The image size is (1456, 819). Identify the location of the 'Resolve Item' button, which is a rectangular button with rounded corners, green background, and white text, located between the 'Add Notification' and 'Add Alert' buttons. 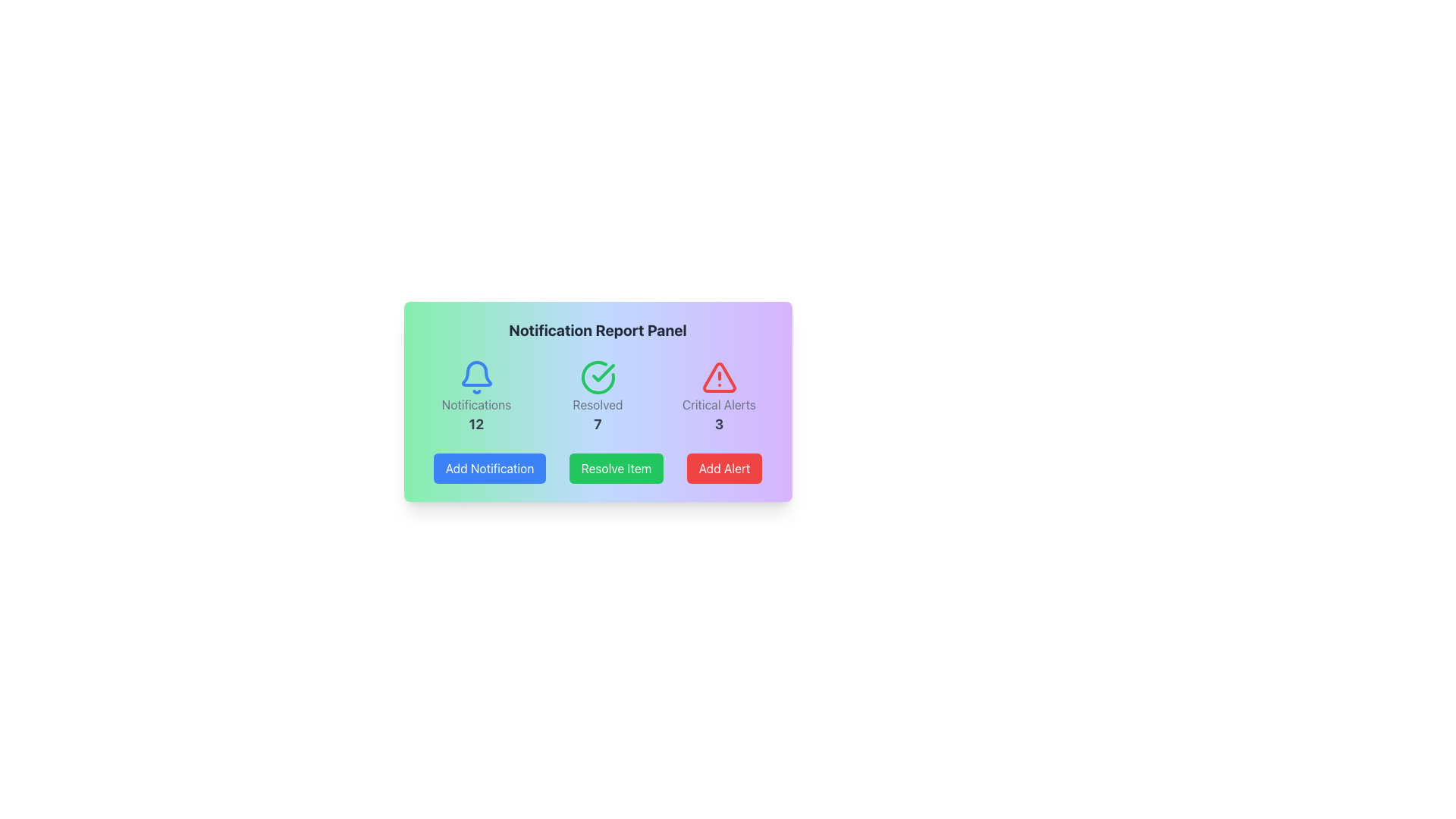
(616, 467).